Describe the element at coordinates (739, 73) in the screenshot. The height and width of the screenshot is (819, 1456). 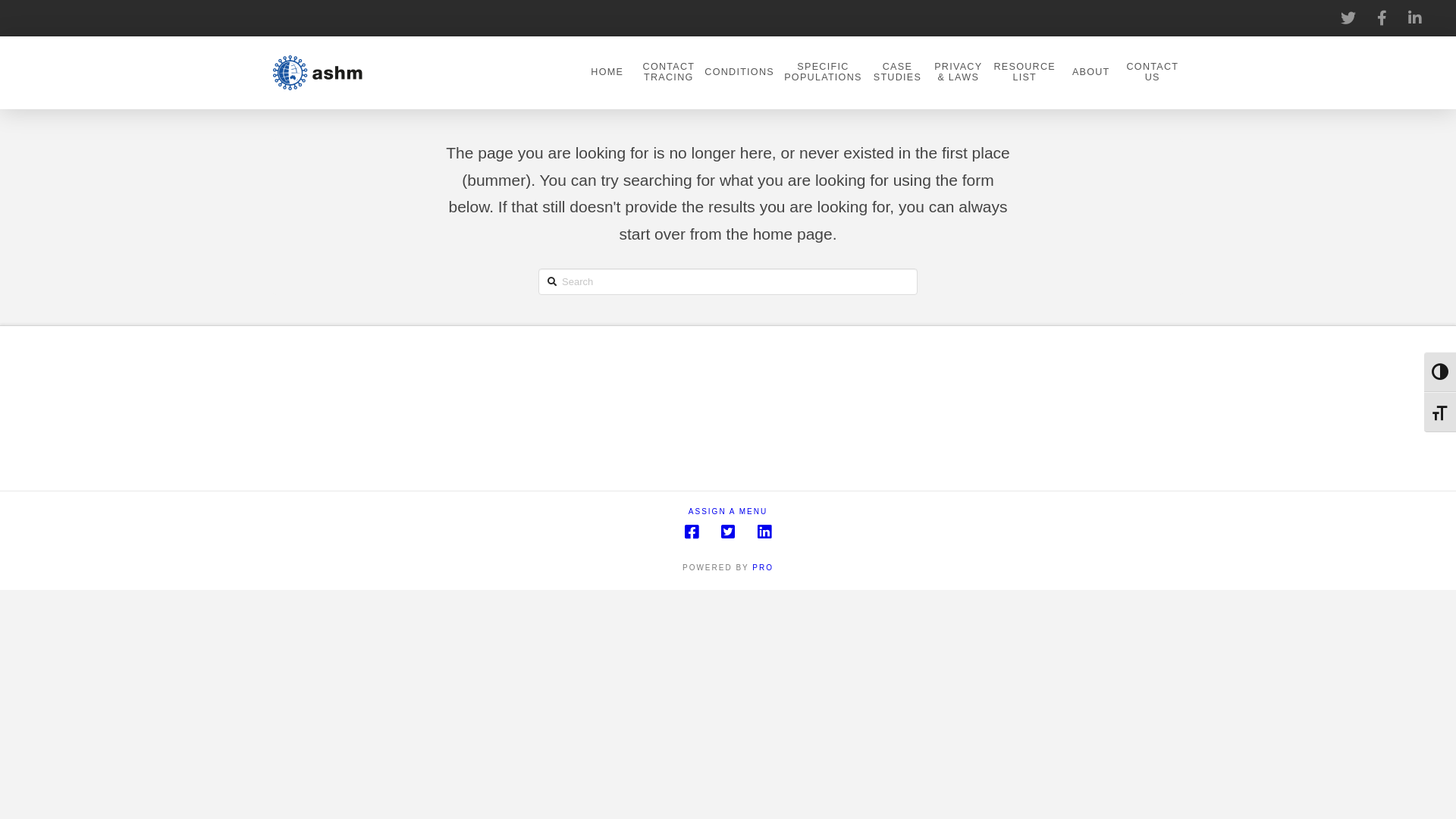
I see `'CONDITIONS'` at that location.